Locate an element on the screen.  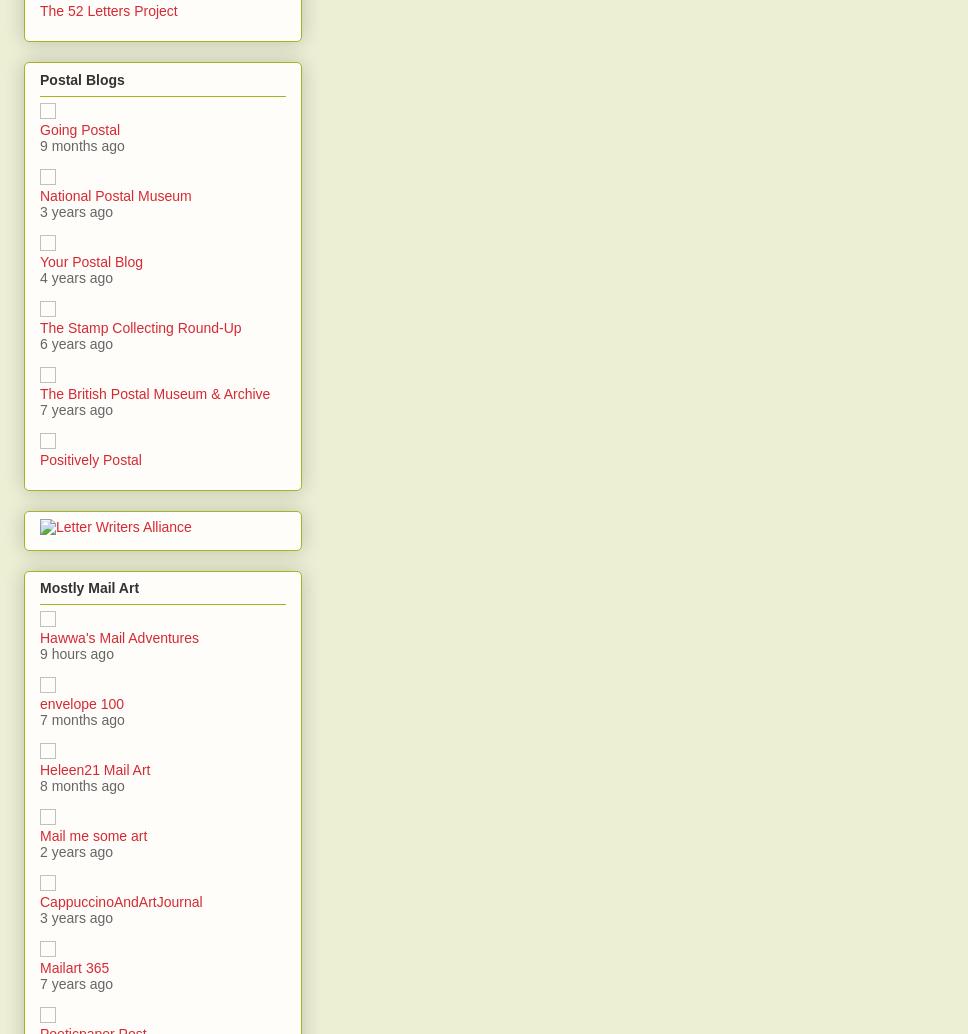
'Your Postal Blog' is located at coordinates (91, 259).